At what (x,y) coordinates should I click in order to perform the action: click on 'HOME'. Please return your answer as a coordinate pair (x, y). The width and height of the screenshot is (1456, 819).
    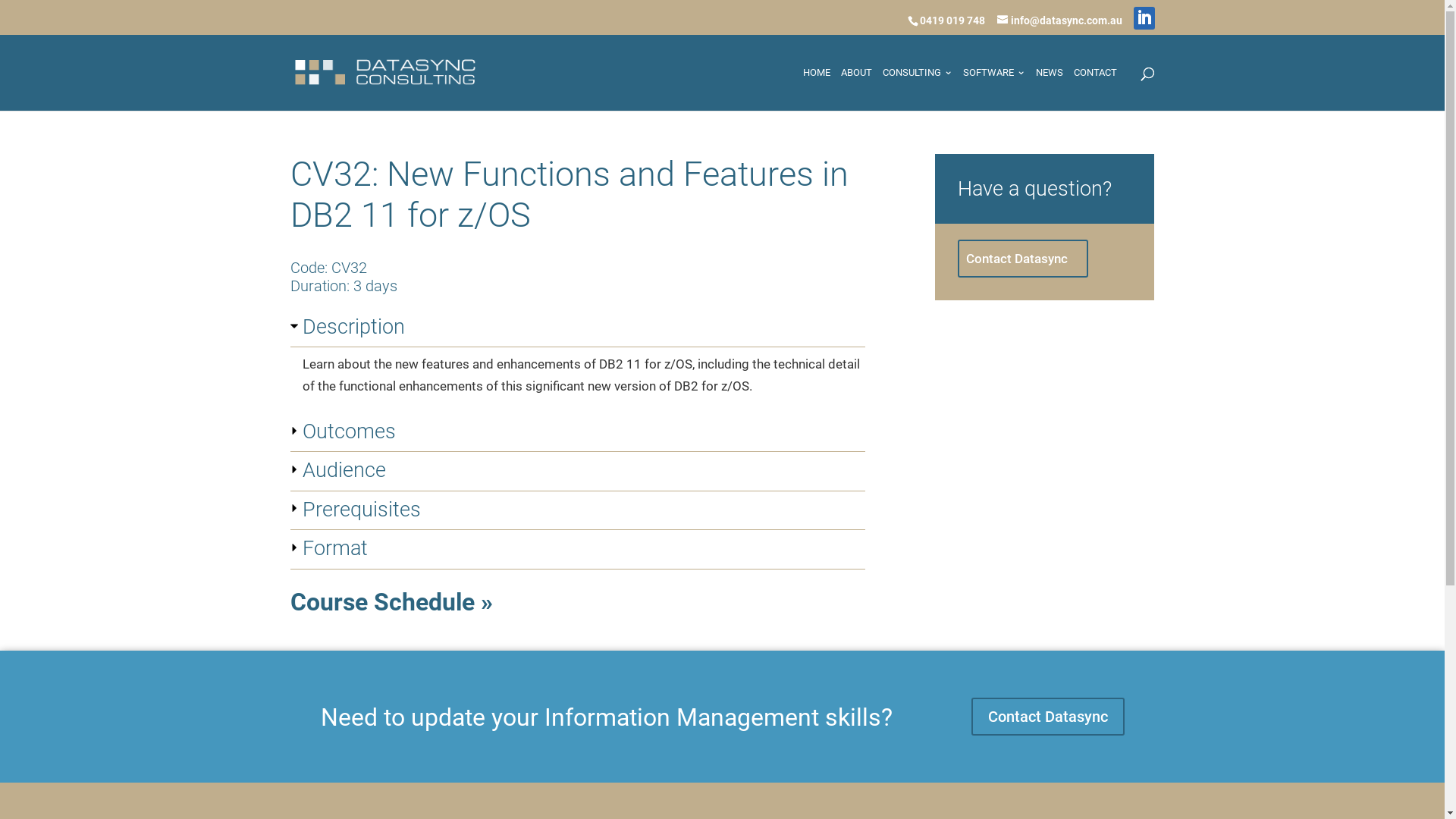
    Looking at the image, I should click on (801, 88).